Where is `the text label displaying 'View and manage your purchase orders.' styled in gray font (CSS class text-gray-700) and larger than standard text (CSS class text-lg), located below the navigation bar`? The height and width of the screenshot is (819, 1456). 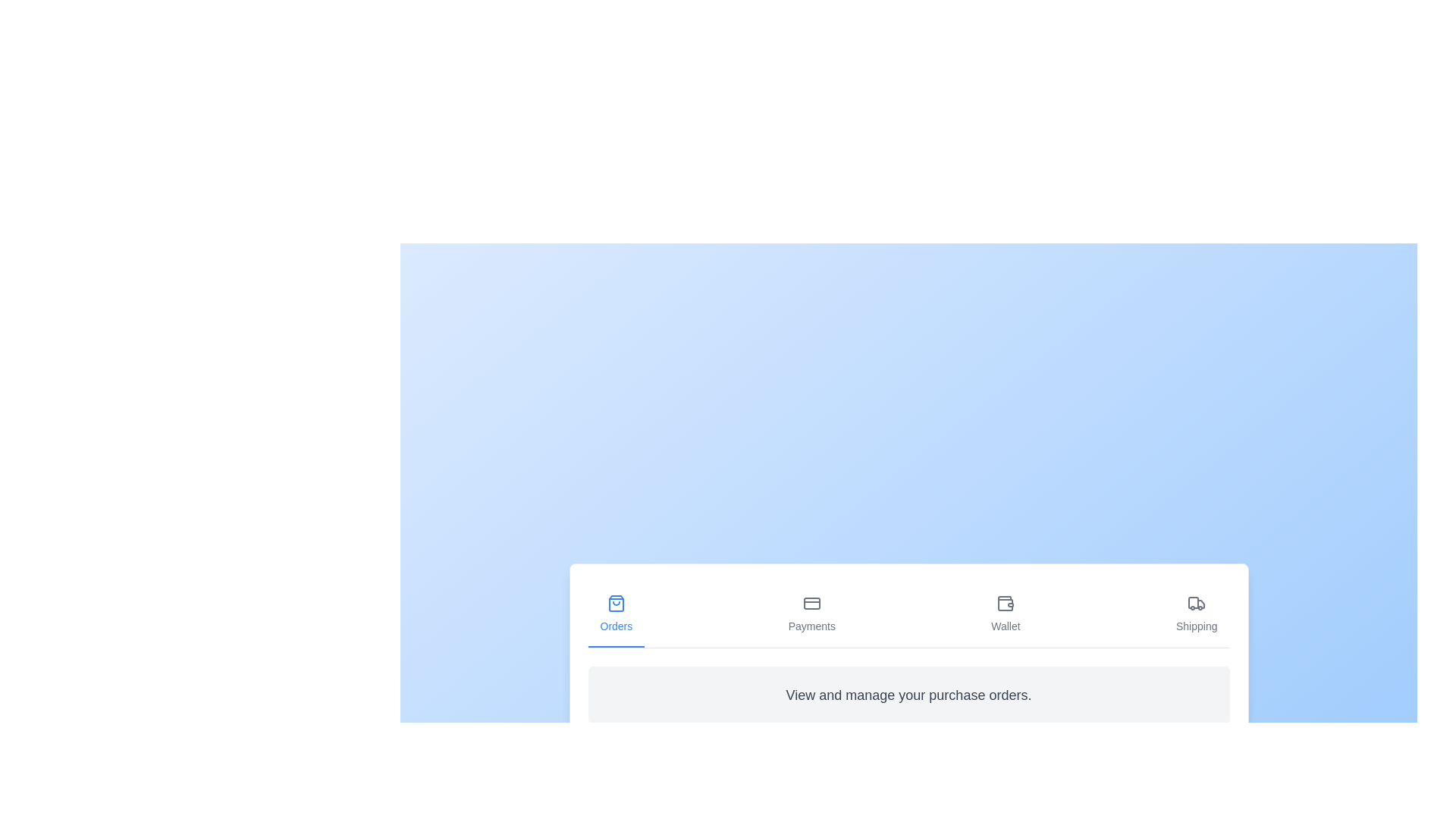
the text label displaying 'View and manage your purchase orders.' styled in gray font (CSS class text-gray-700) and larger than standard text (CSS class text-lg), located below the navigation bar is located at coordinates (908, 695).